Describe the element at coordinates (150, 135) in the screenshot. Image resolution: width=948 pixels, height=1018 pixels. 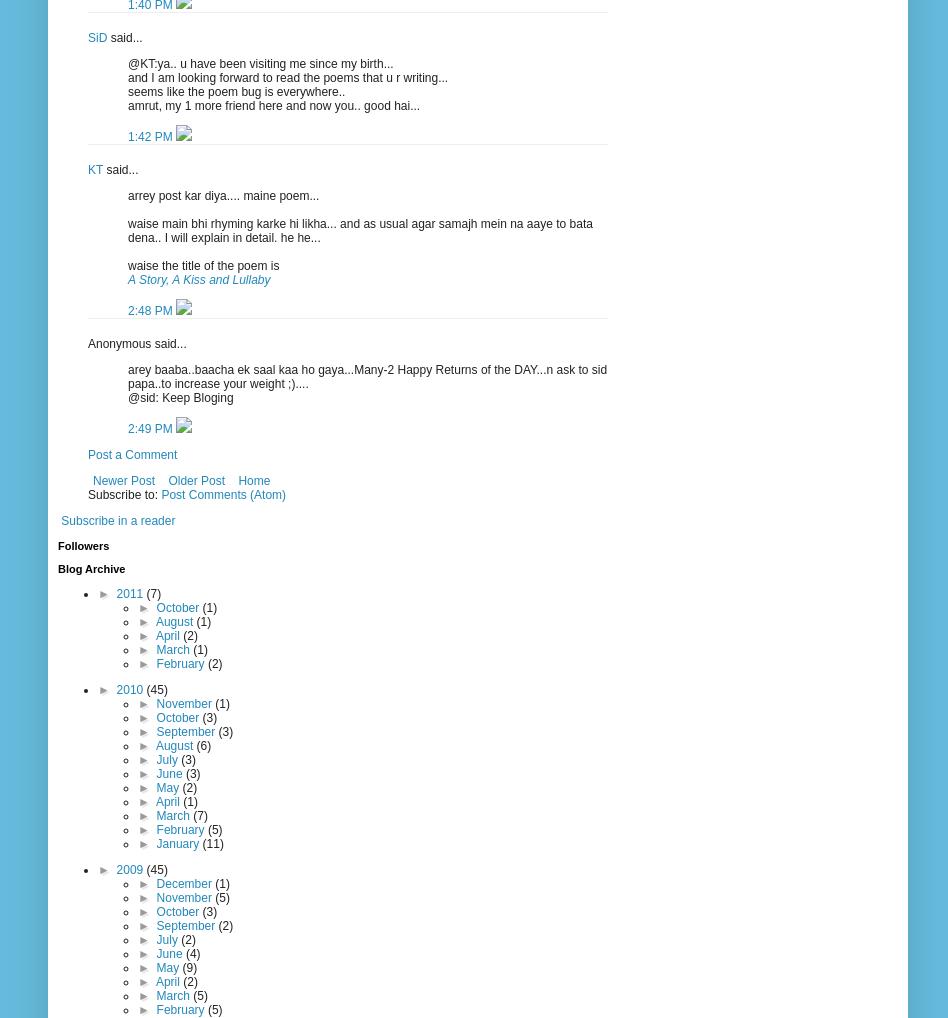
I see `'1:42 PM'` at that location.